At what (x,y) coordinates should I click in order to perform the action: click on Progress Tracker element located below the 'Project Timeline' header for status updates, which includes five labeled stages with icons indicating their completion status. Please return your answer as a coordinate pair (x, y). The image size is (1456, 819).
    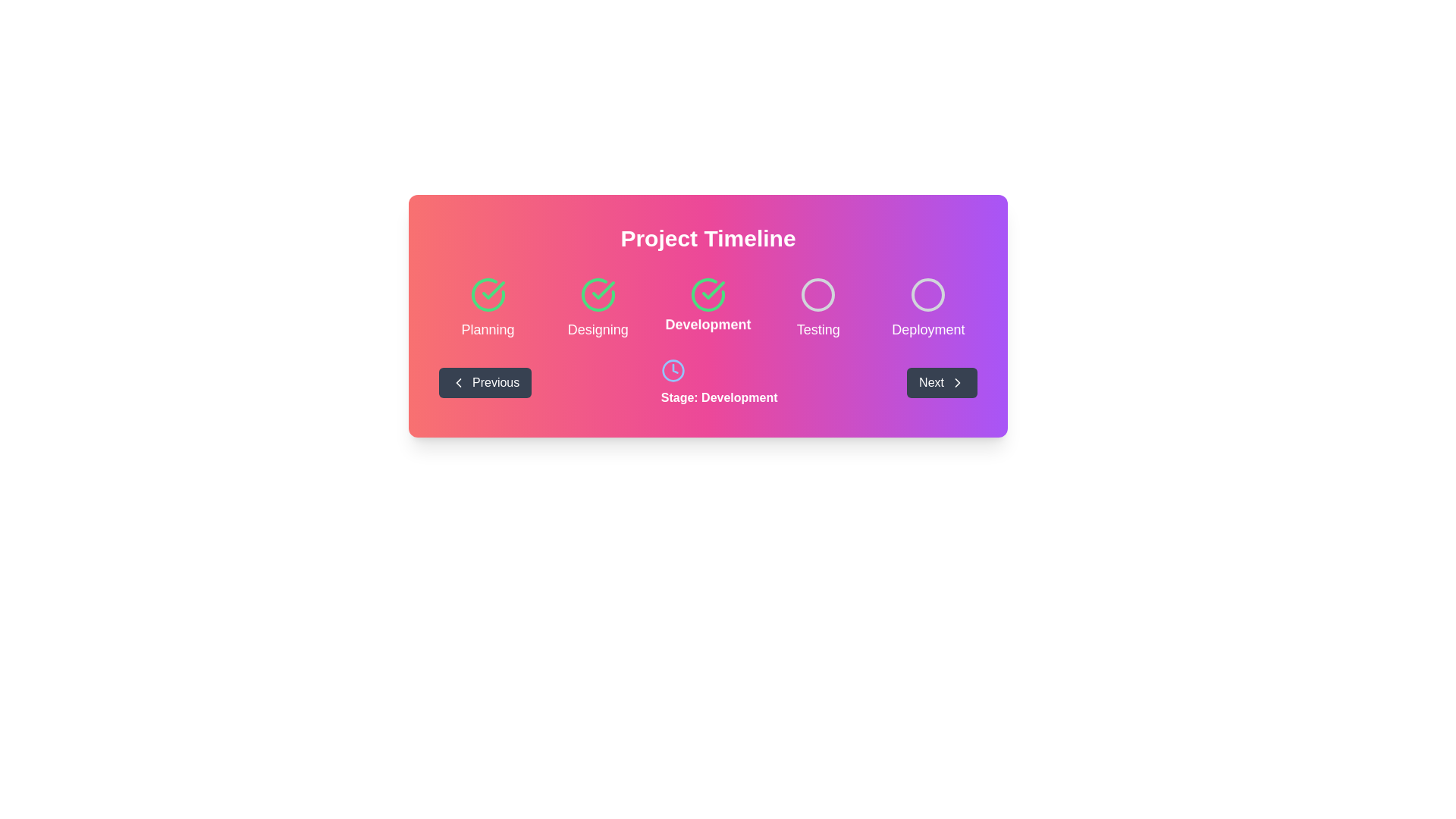
    Looking at the image, I should click on (708, 308).